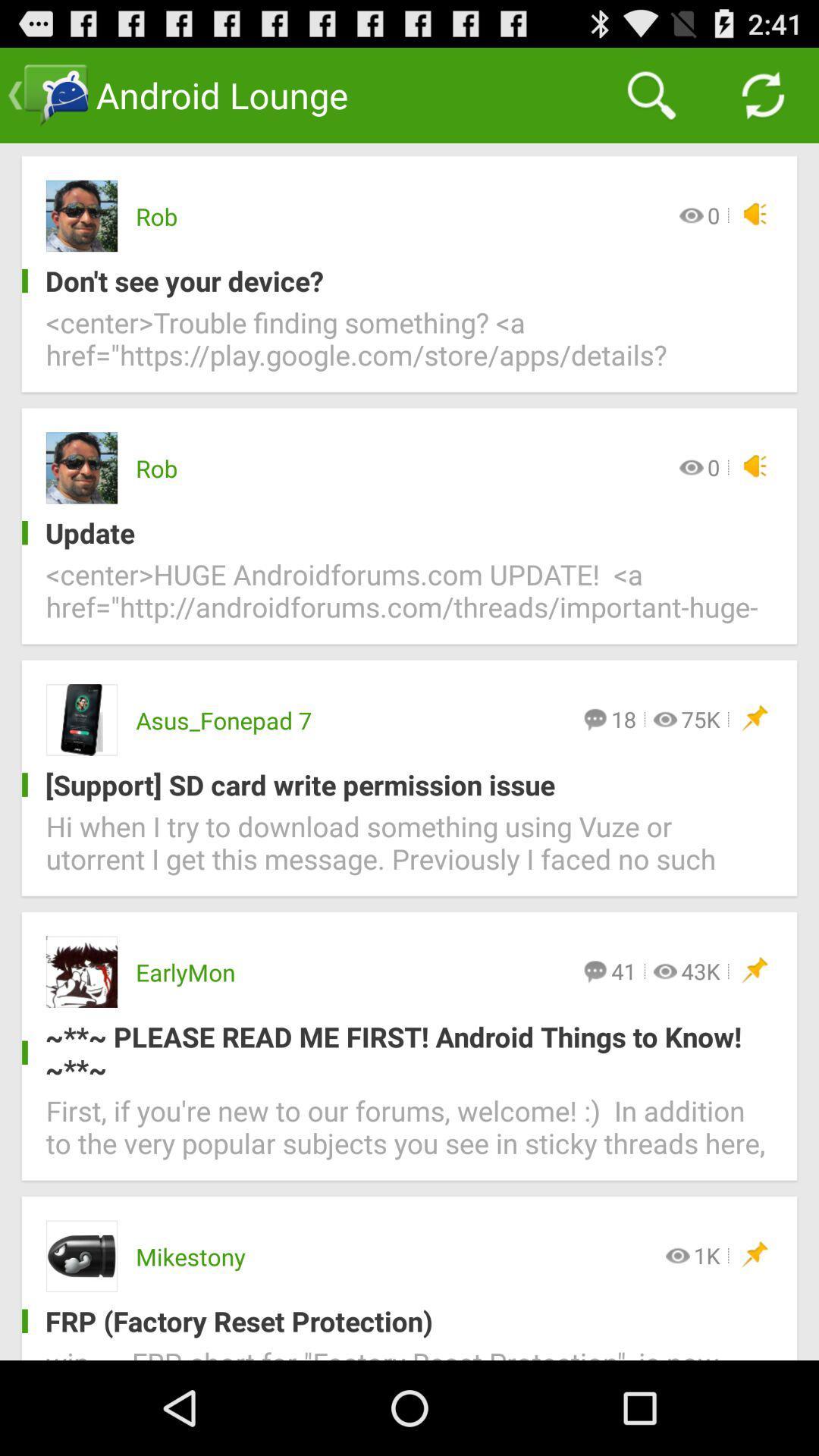  What do you see at coordinates (701, 718) in the screenshot?
I see `the item below center huge androidforums icon` at bounding box center [701, 718].